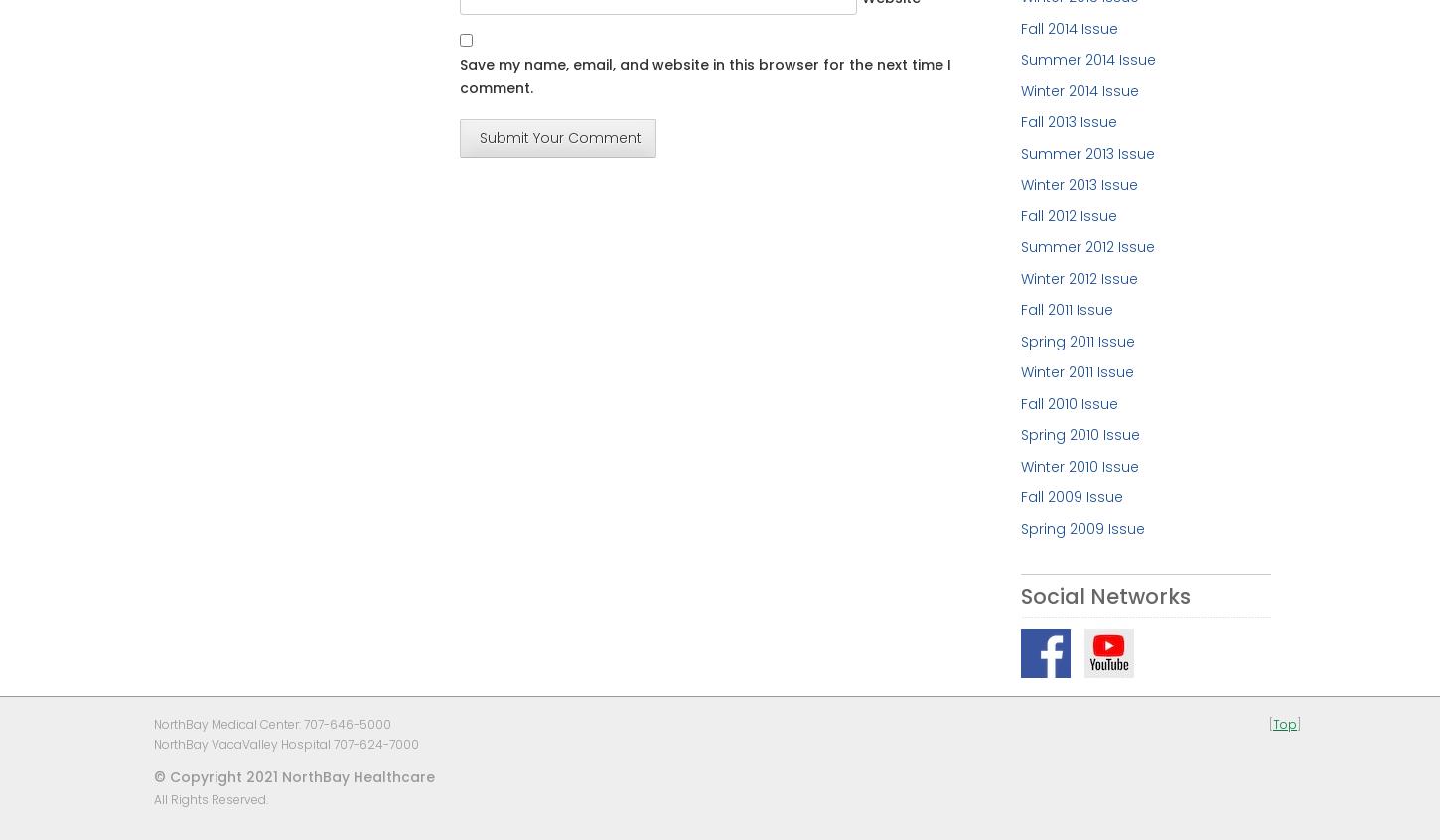 Image resolution: width=1440 pixels, height=840 pixels. Describe the element at coordinates (1085, 151) in the screenshot. I see `'Summer 2013 Issue'` at that location.